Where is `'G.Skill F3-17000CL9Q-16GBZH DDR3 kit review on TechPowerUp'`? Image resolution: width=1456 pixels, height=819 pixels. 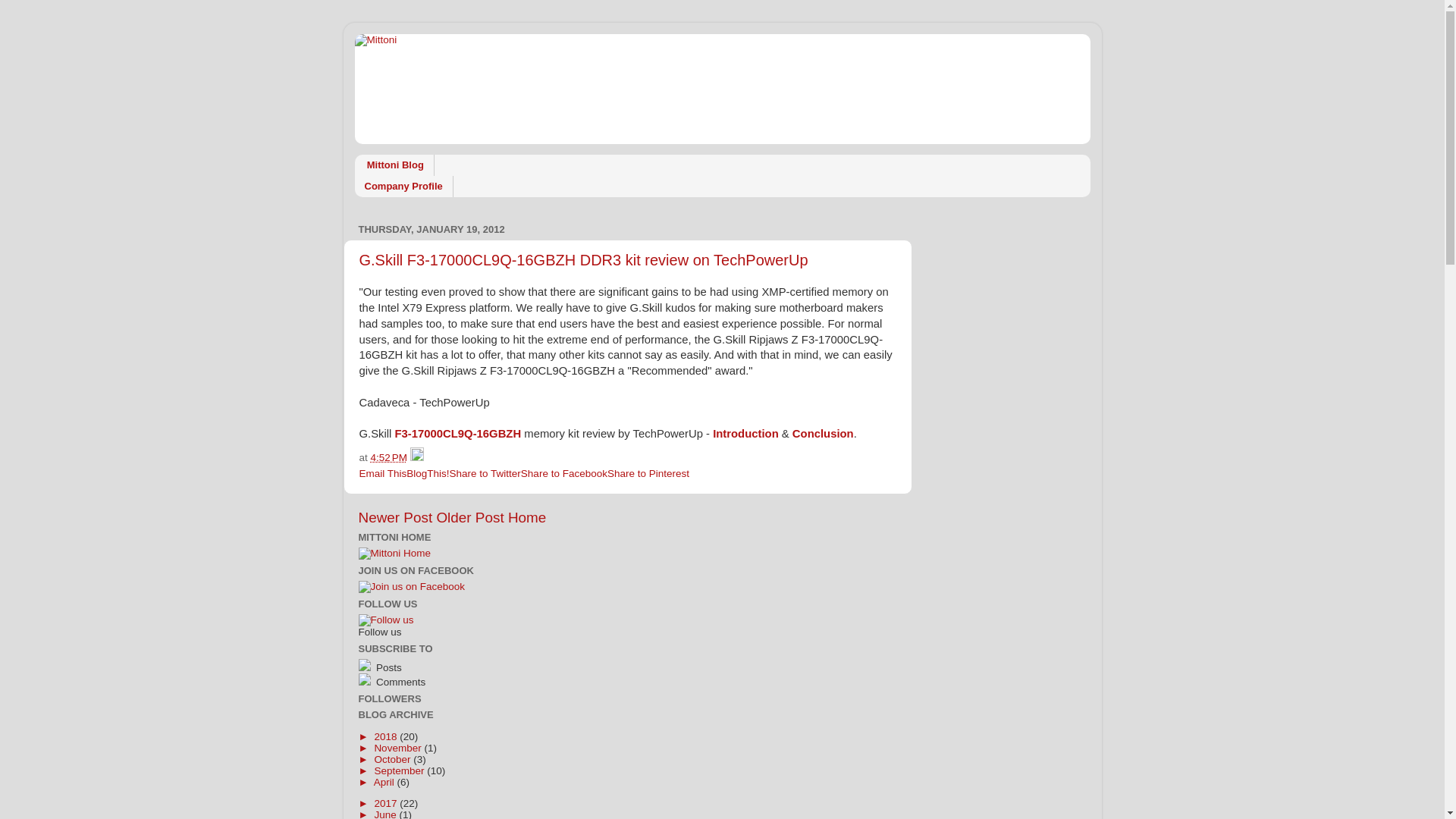
'G.Skill F3-17000CL9Q-16GBZH DDR3 kit review on TechPowerUp' is located at coordinates (582, 259).